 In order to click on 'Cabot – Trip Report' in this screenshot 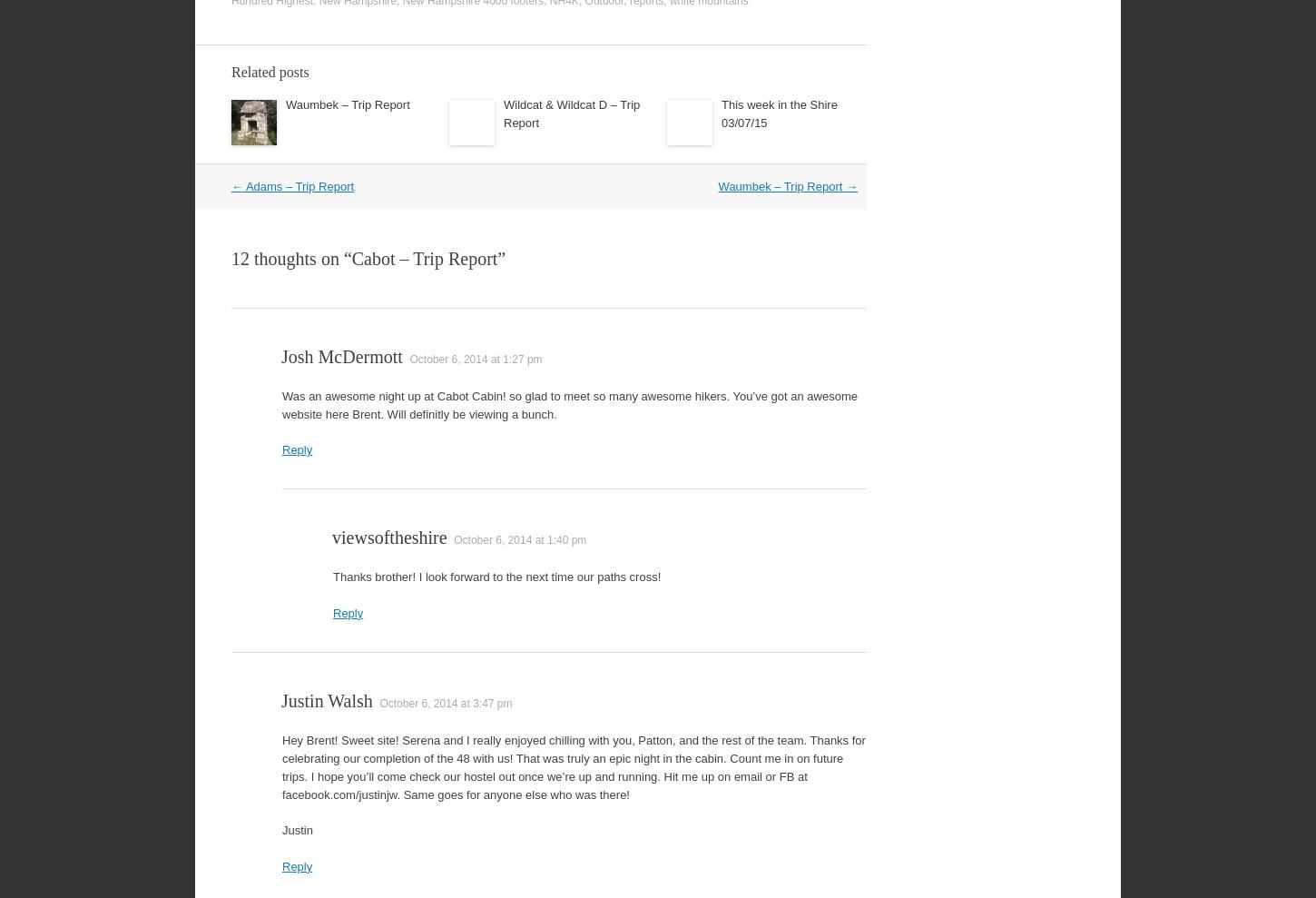, I will do `click(350, 258)`.